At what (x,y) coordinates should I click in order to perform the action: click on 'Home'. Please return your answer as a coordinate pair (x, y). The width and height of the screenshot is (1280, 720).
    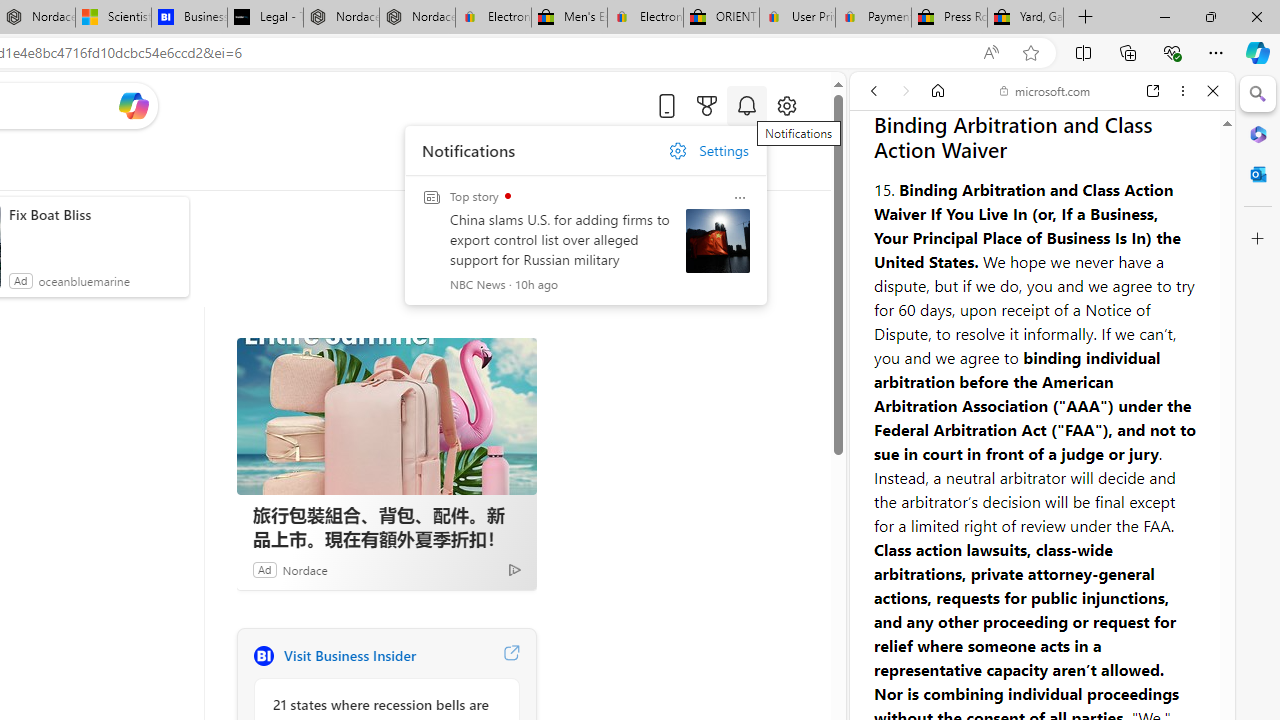
    Looking at the image, I should click on (937, 91).